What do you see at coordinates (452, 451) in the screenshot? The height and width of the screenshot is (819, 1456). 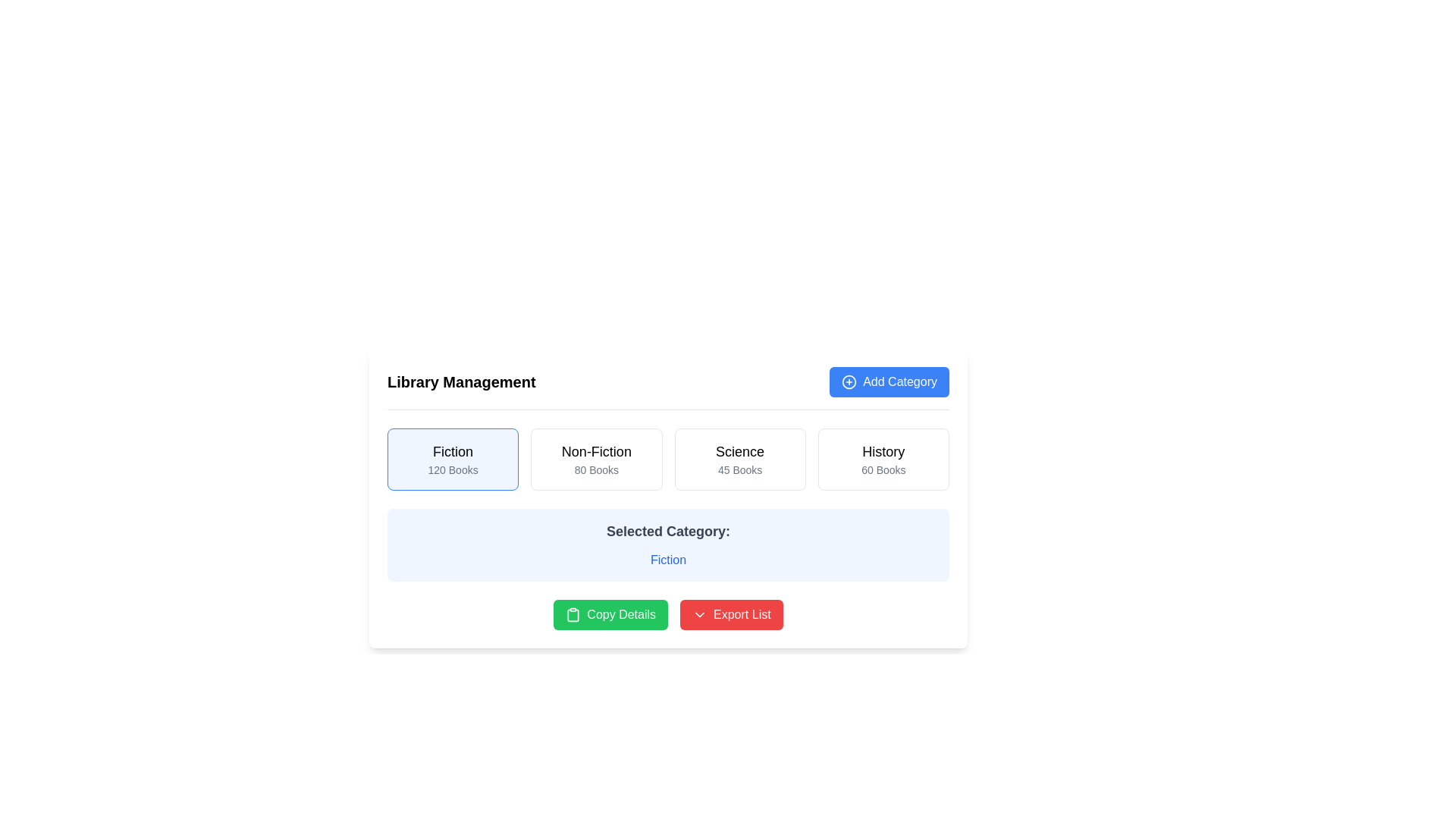 I see `the 'Fiction' label, which is centrally aligned in a light blue block with a rounded border, displaying the text in medium font weight and larger size` at bounding box center [452, 451].